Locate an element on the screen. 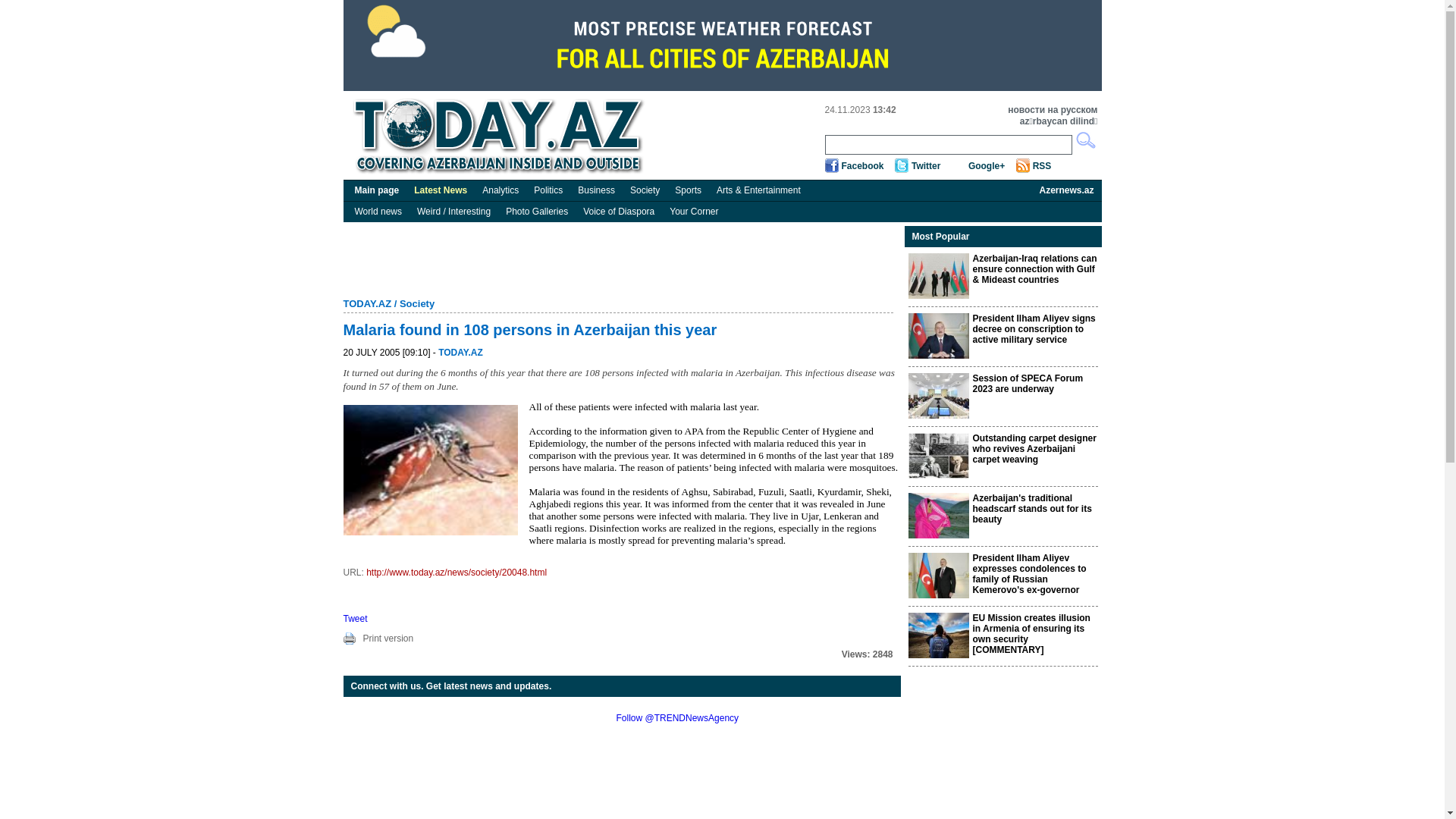 The width and height of the screenshot is (1456, 819). 'Print version' is located at coordinates (388, 638).